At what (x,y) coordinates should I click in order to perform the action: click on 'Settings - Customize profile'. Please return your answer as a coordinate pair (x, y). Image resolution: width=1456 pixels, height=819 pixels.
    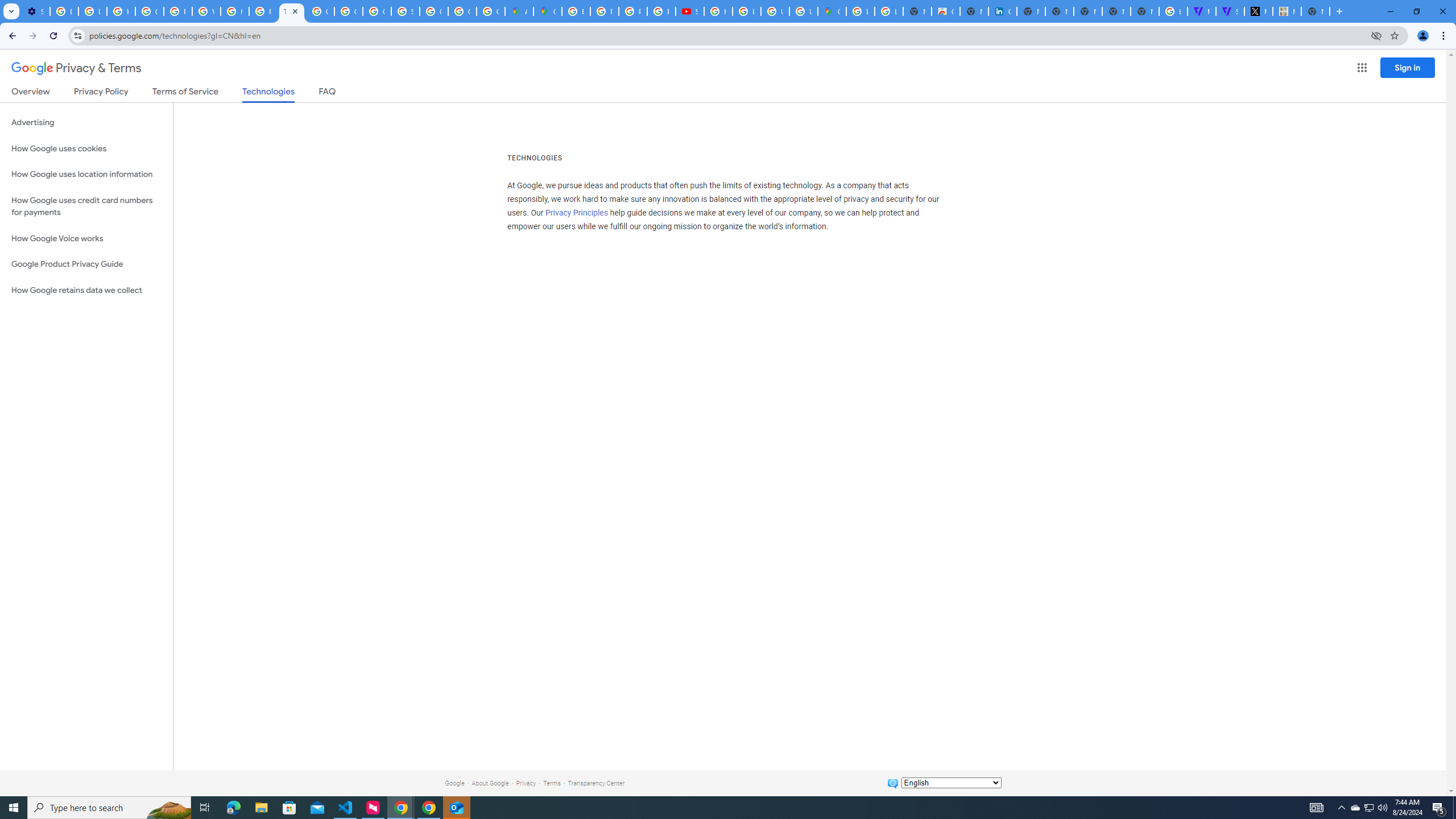
    Looking at the image, I should click on (35, 11).